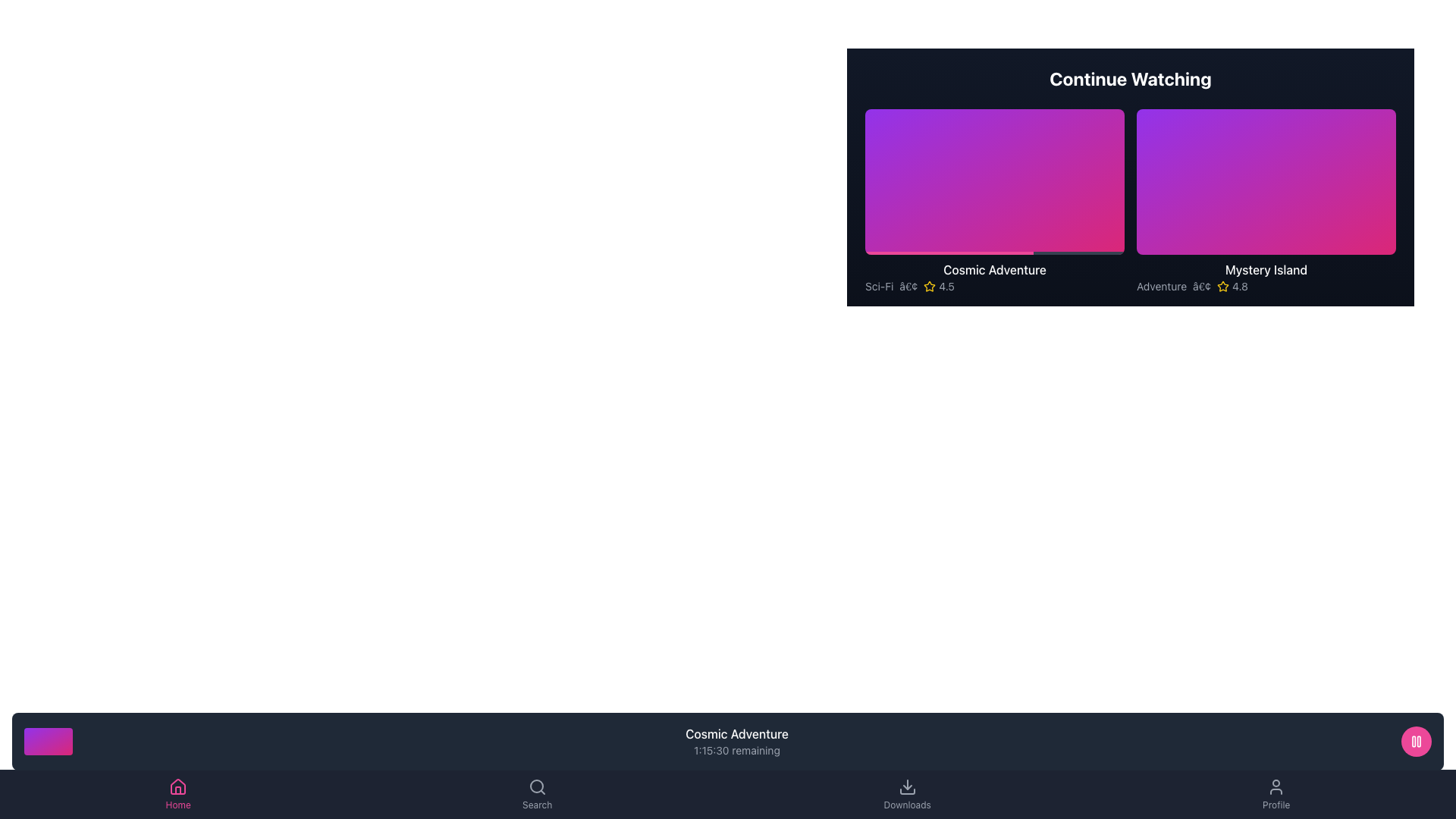 The height and width of the screenshot is (819, 1456). Describe the element at coordinates (907, 794) in the screenshot. I see `the Navigation Tab, which features a download arrow icon and a label reading 'Downloads', located in the bottom navigation bar` at that location.